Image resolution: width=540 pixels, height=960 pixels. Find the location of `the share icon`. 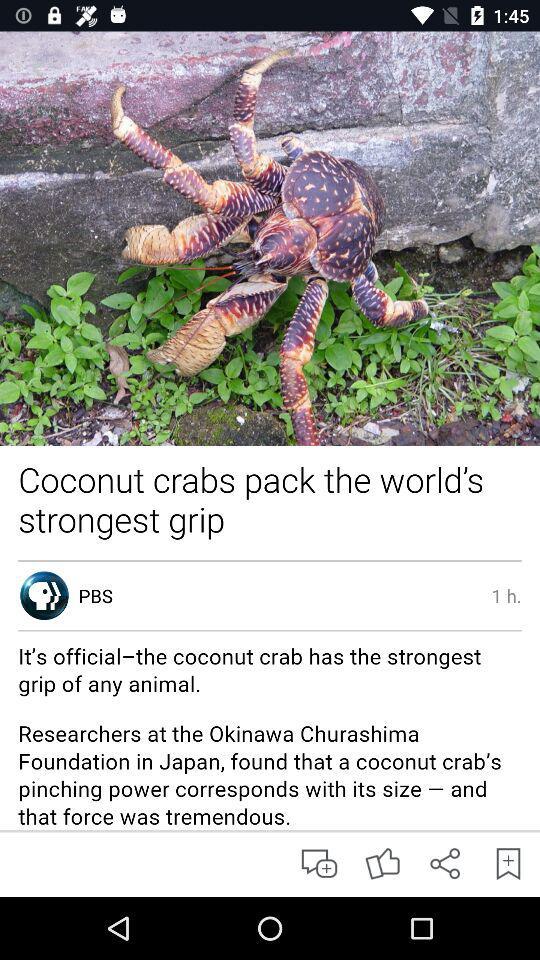

the share icon is located at coordinates (445, 861).